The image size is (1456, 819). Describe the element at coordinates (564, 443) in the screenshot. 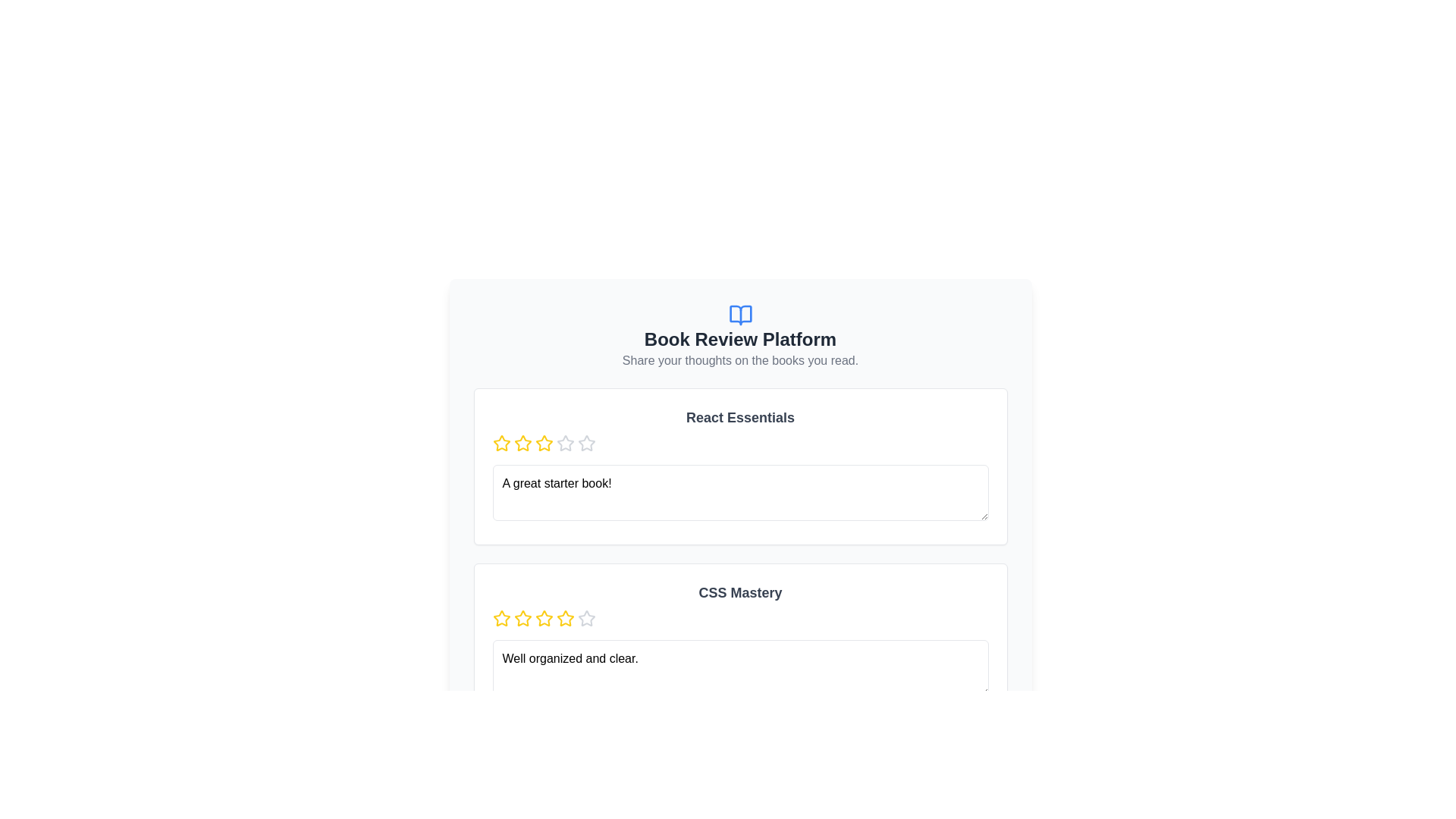

I see `the third star icon in the rating system within the 'React Essentials' review section` at that location.